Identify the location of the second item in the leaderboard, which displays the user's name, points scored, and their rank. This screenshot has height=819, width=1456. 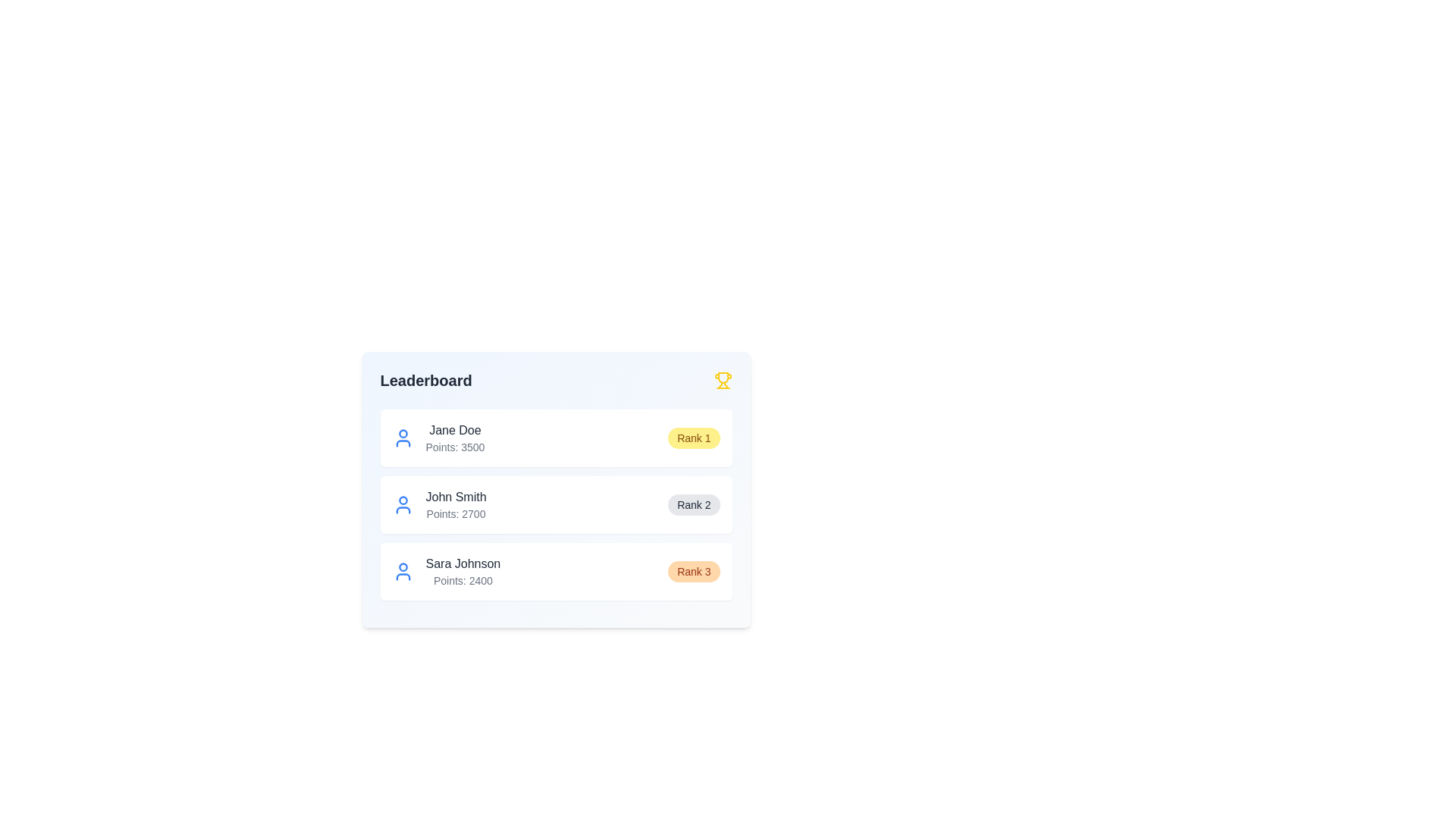
(555, 505).